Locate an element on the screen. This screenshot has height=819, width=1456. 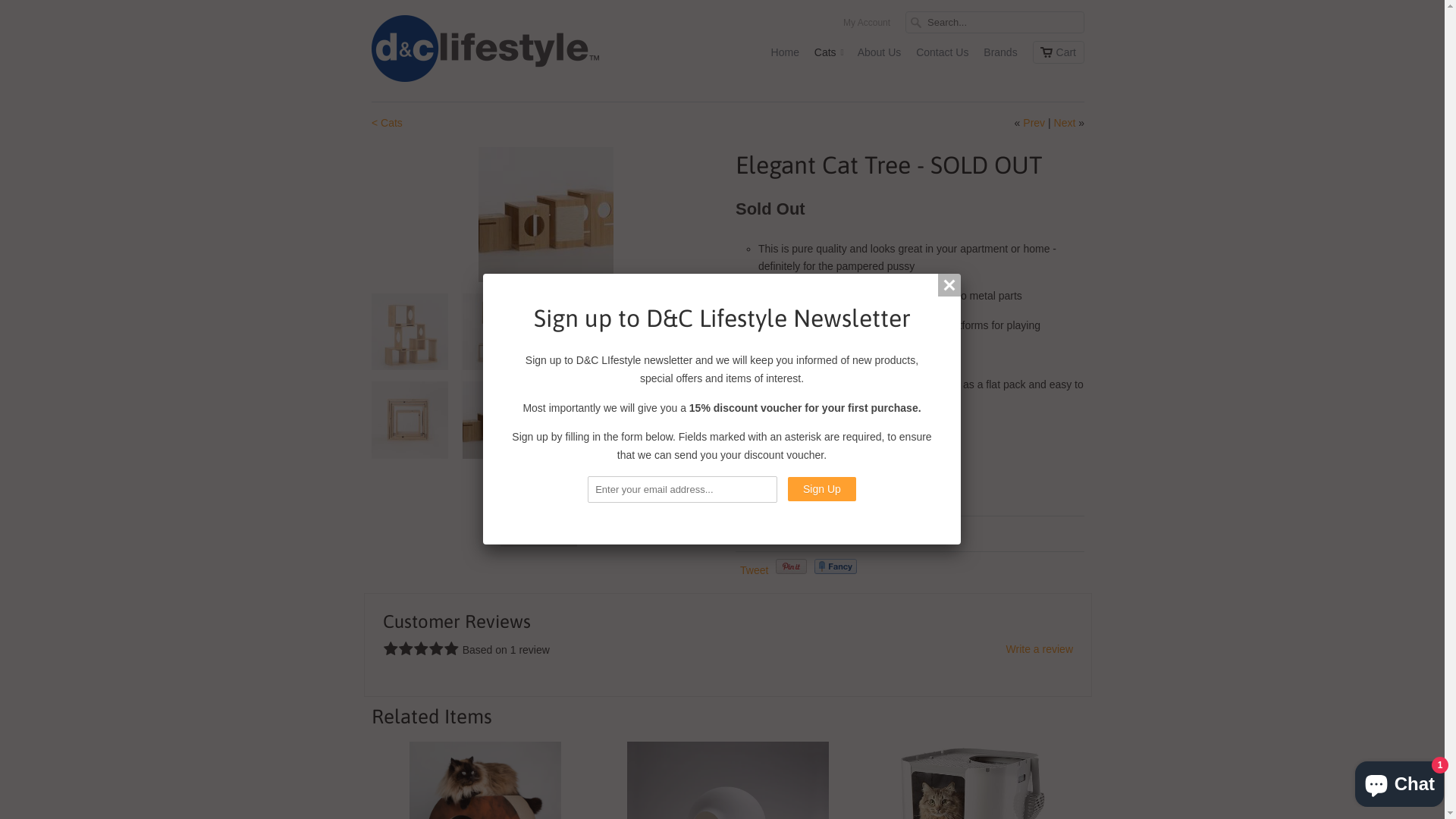
'Home' is located at coordinates (771, 55).